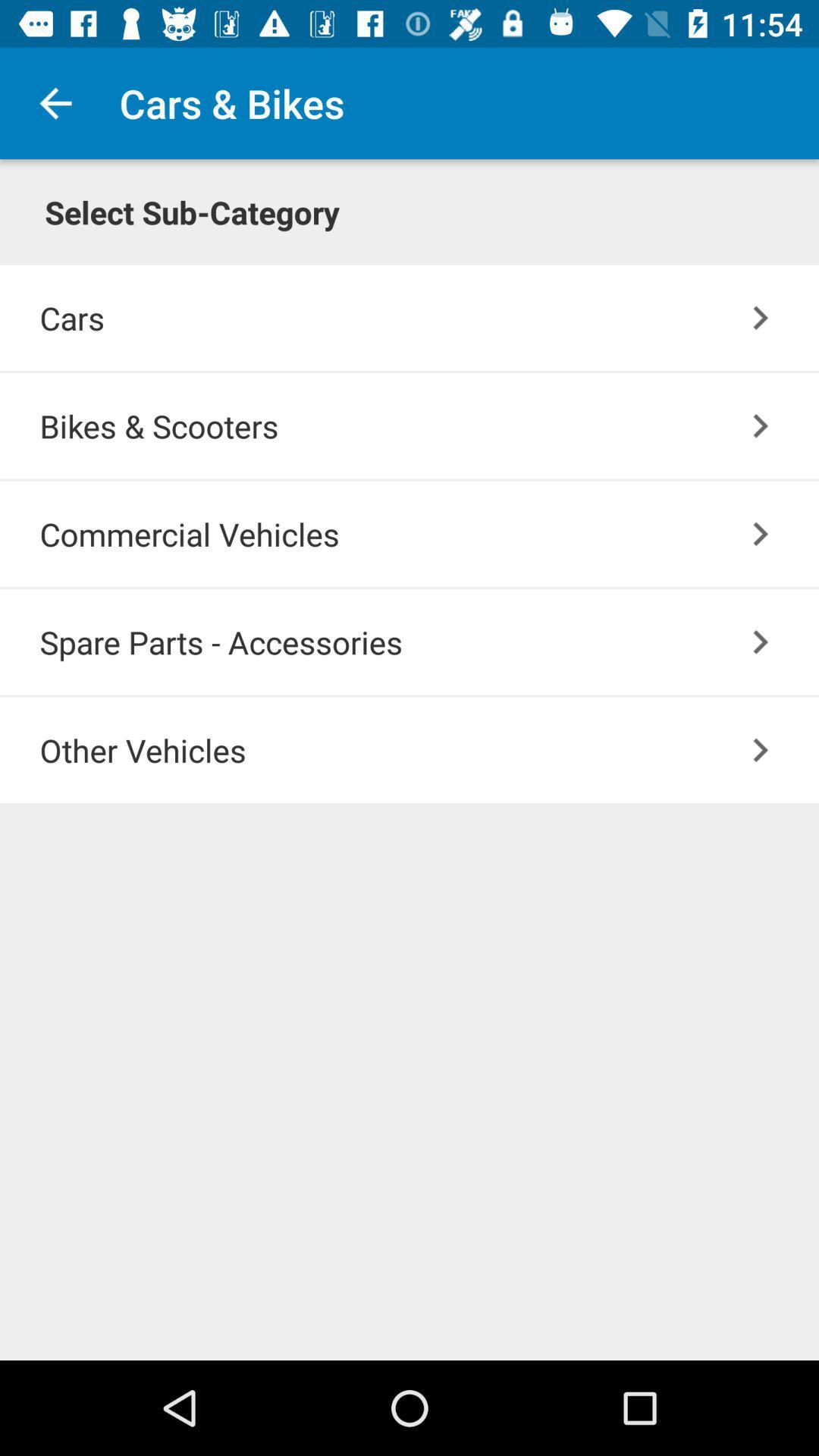  I want to click on the item below cars item, so click(761, 425).